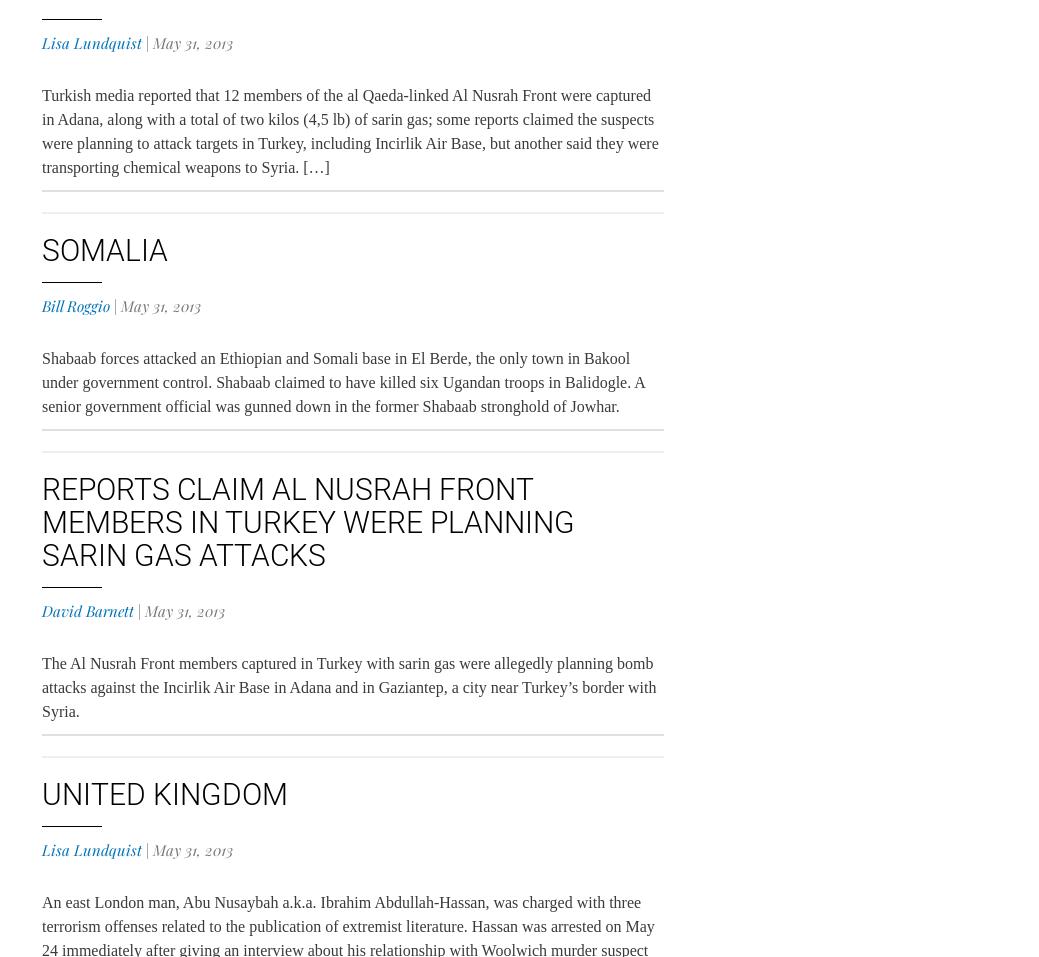  Describe the element at coordinates (87, 610) in the screenshot. I see `'David Barnett'` at that location.